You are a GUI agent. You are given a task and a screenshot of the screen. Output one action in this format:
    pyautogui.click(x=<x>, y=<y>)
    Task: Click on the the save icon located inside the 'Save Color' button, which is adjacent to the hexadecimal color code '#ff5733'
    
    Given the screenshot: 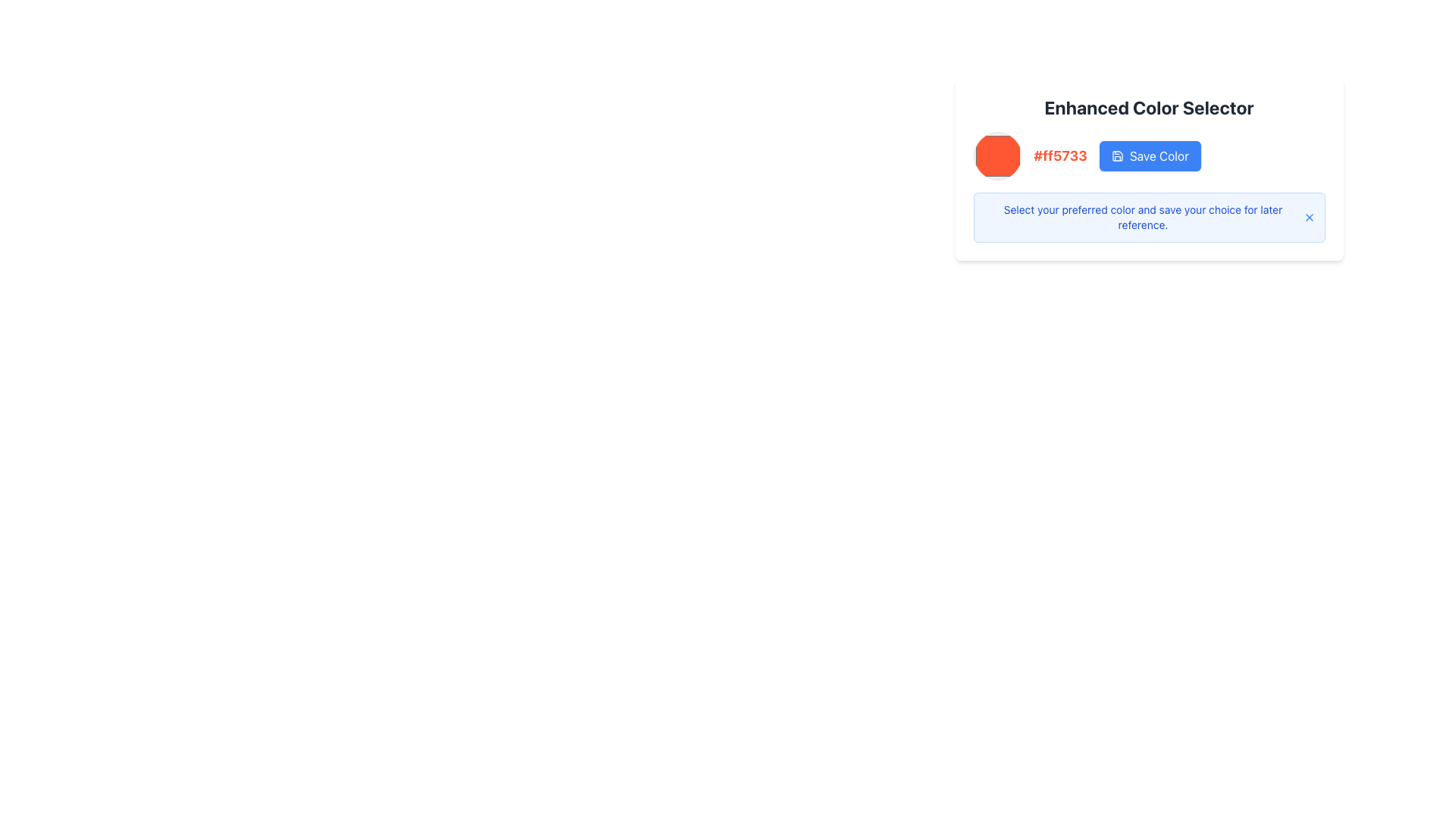 What is the action you would take?
    pyautogui.click(x=1117, y=155)
    